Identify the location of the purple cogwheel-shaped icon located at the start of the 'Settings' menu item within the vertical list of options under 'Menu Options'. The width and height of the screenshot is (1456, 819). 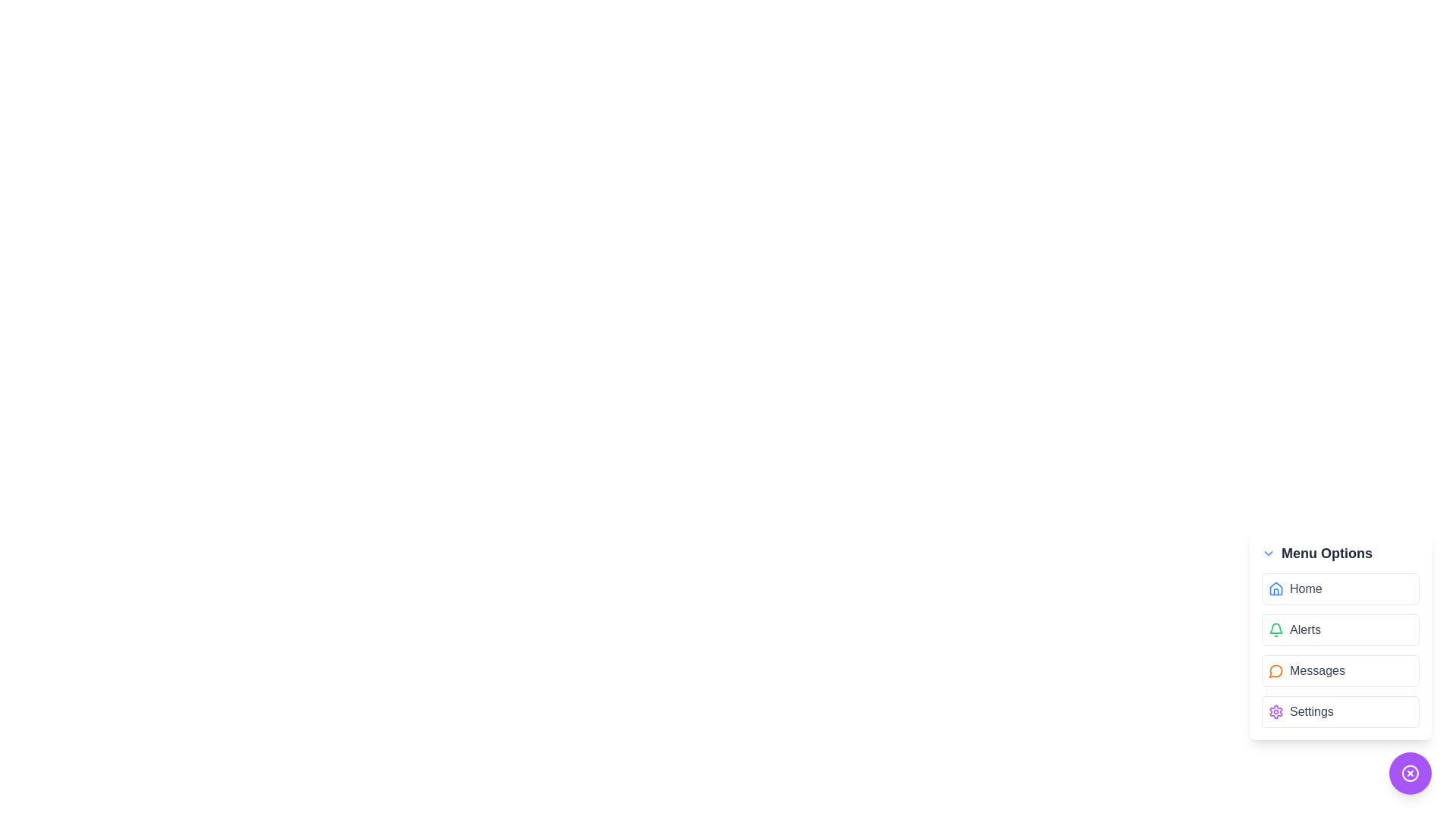
(1276, 711).